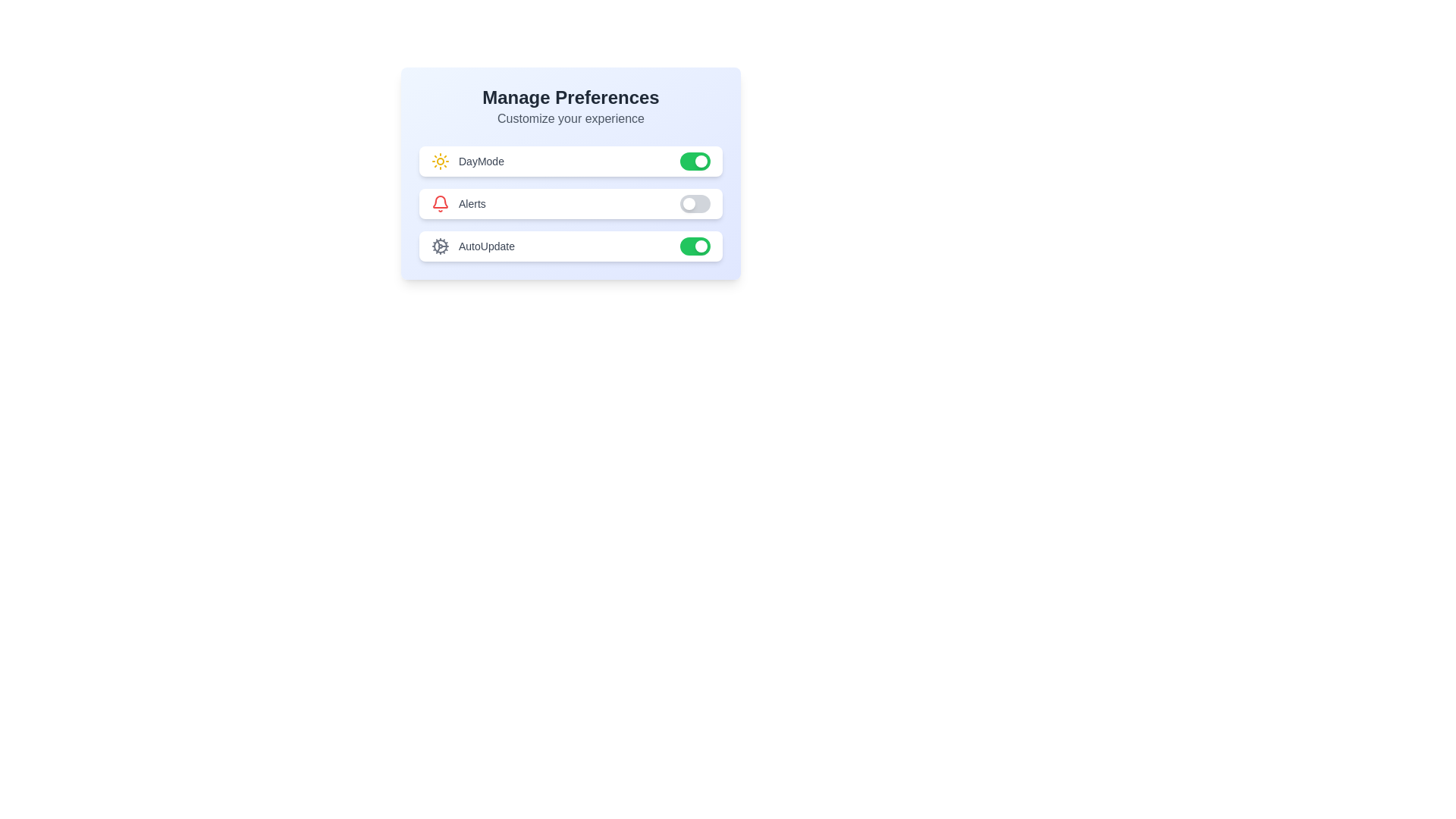 Image resolution: width=1456 pixels, height=819 pixels. Describe the element at coordinates (466, 161) in the screenshot. I see `'DayMode' label which includes a yellow sun icon and gray text, located near the top left of the preferences section` at that location.